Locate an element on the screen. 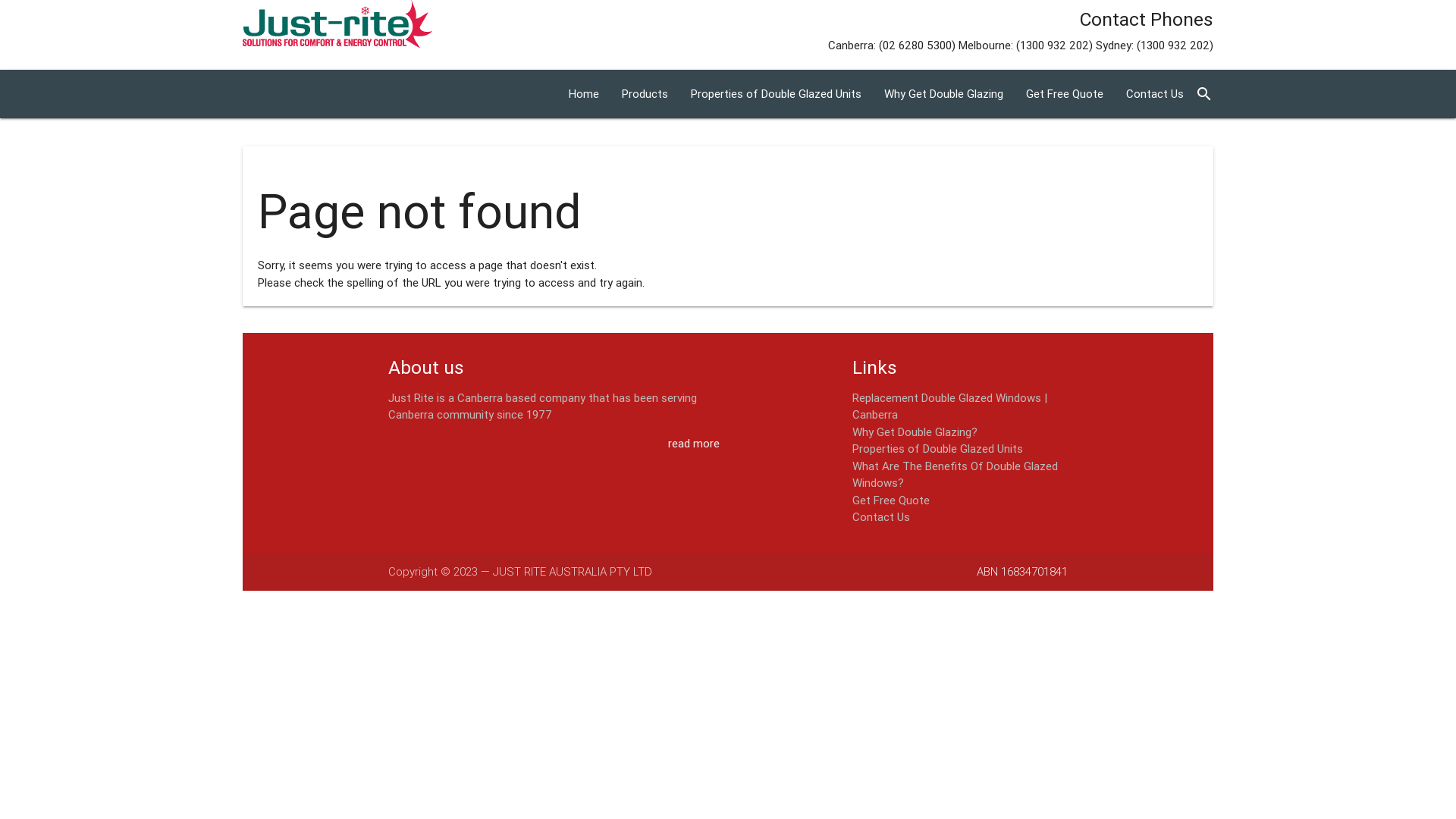  'Products' is located at coordinates (610, 93).